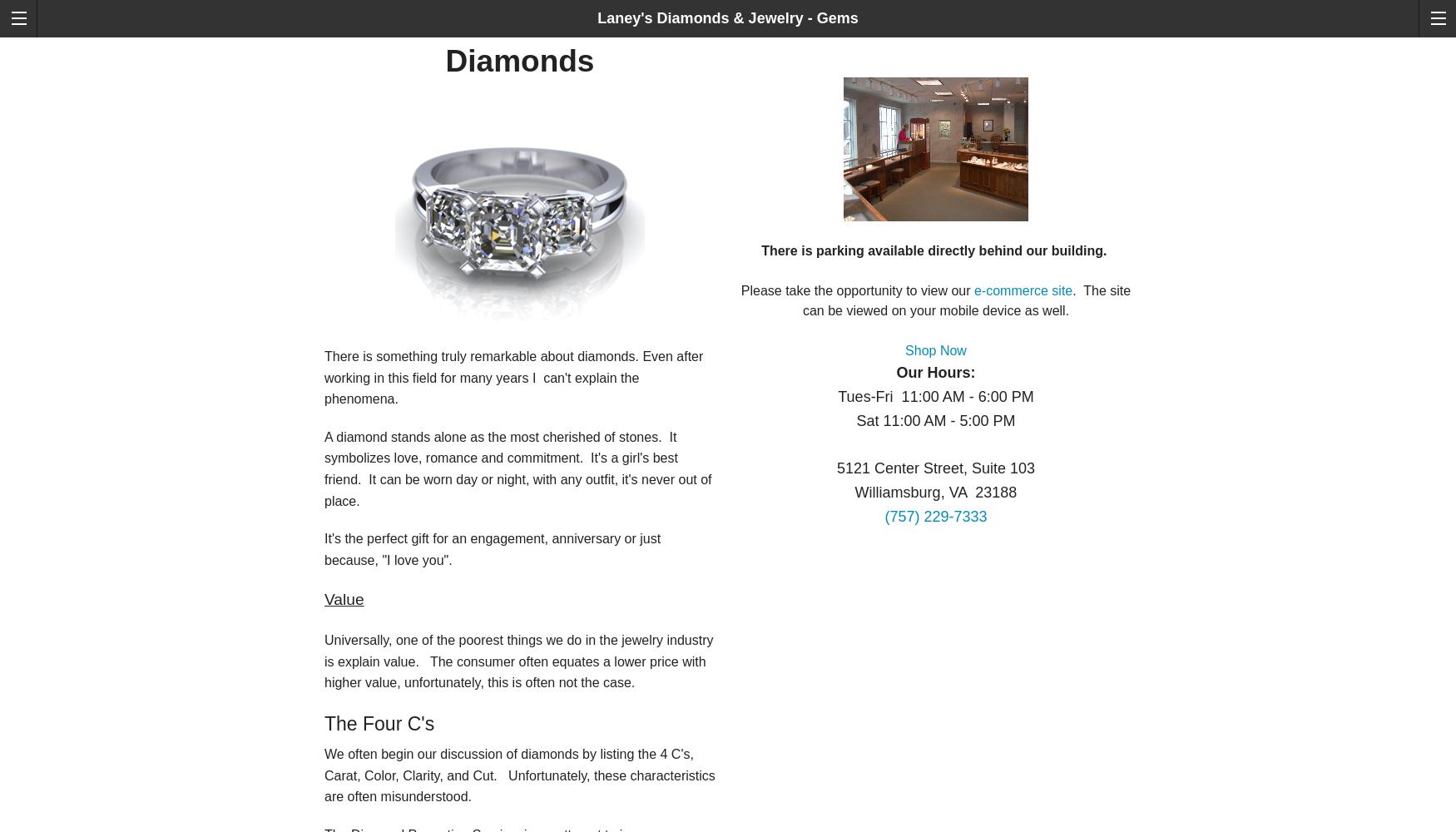  Describe the element at coordinates (727, 18) in the screenshot. I see `'Laney's Diamonds & Jewelry - Gems'` at that location.